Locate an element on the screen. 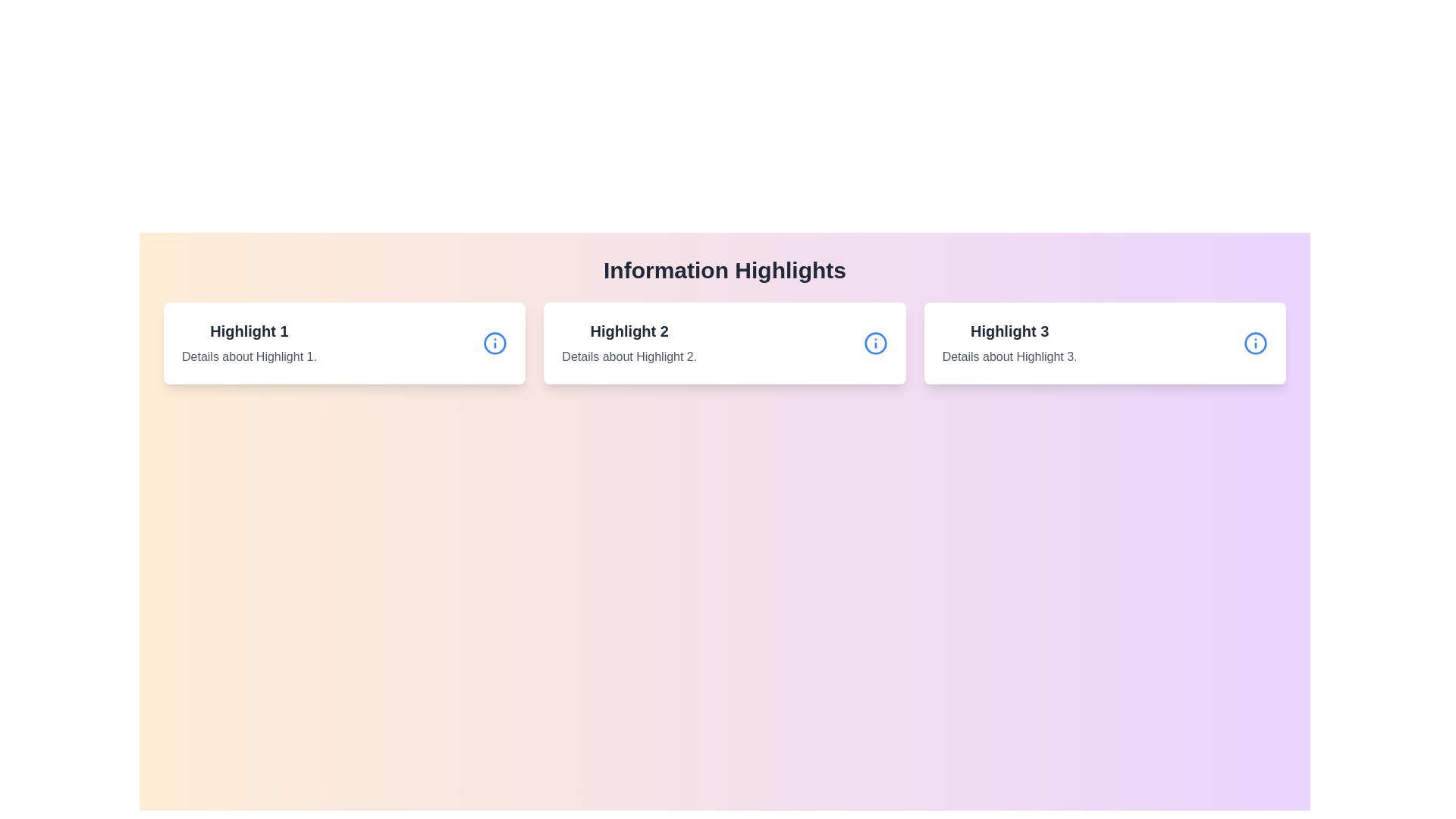 This screenshot has width=1456, height=819. the blue circle SVG element centered within the icon of the card labeled 'Highlight 1' is located at coordinates (495, 343).